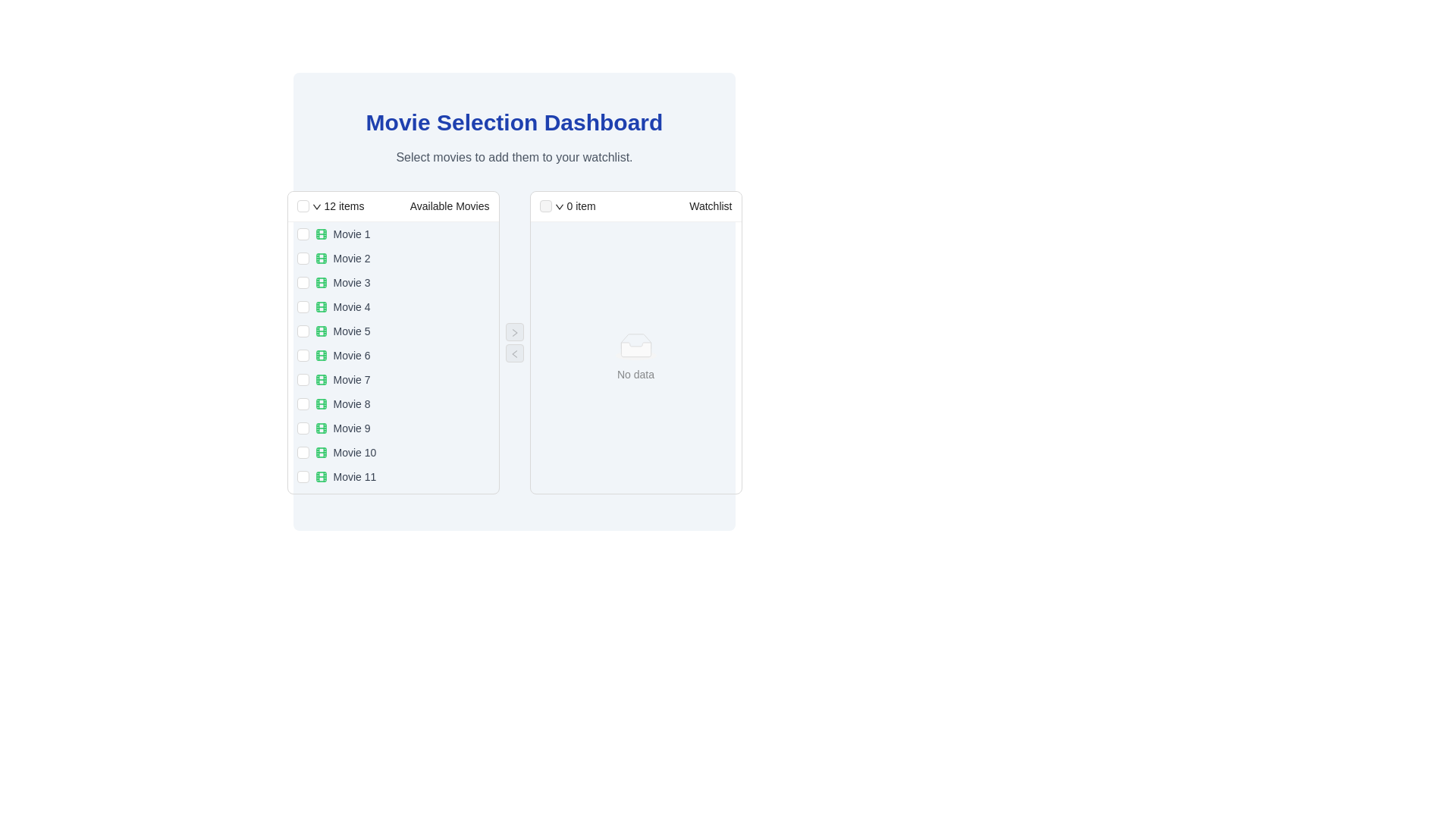 The image size is (1456, 819). I want to click on the checkbox next to the list item labeled 'Movie 6', so click(393, 356).